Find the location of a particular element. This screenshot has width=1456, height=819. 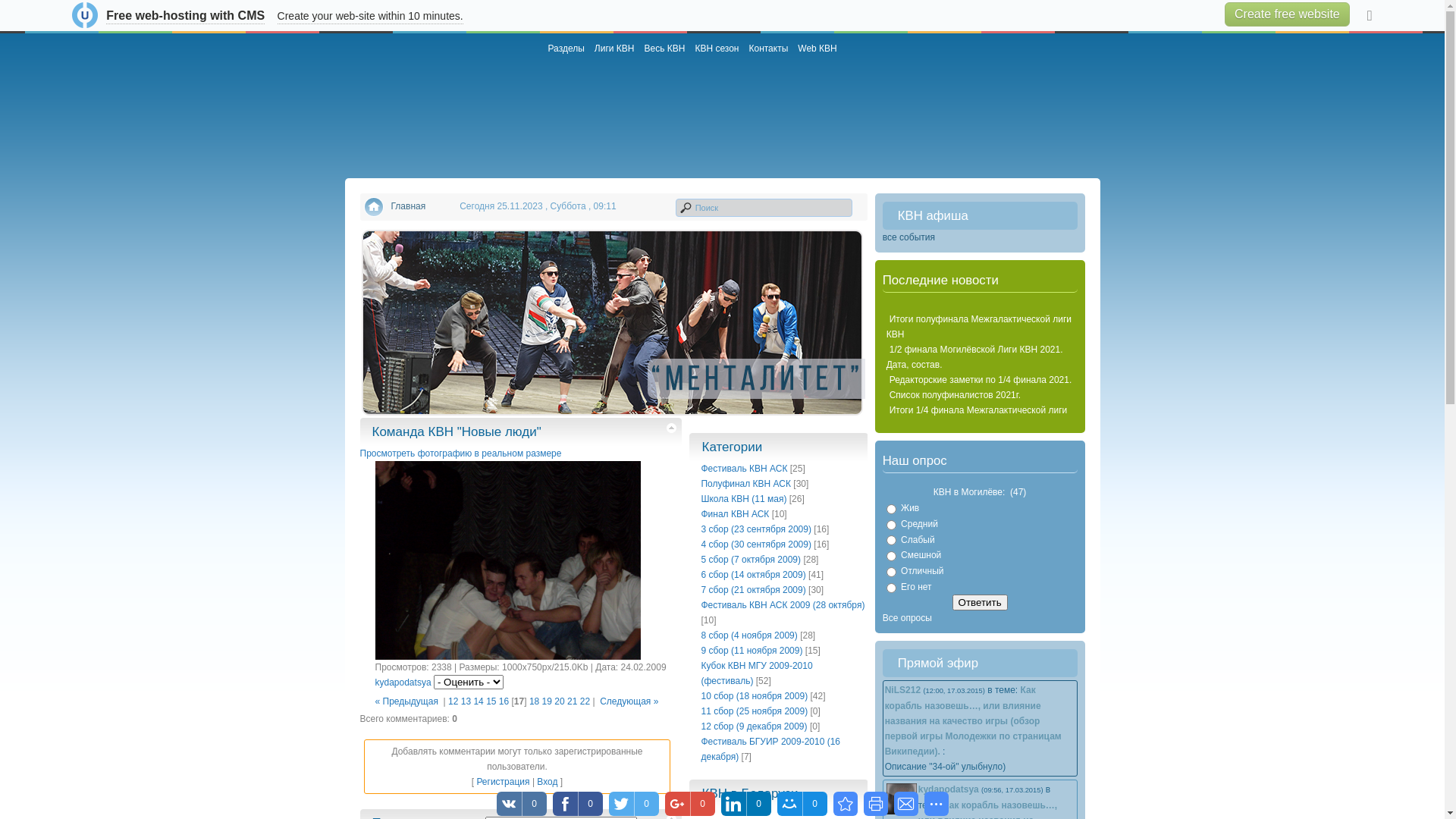

'14' is located at coordinates (477, 701).